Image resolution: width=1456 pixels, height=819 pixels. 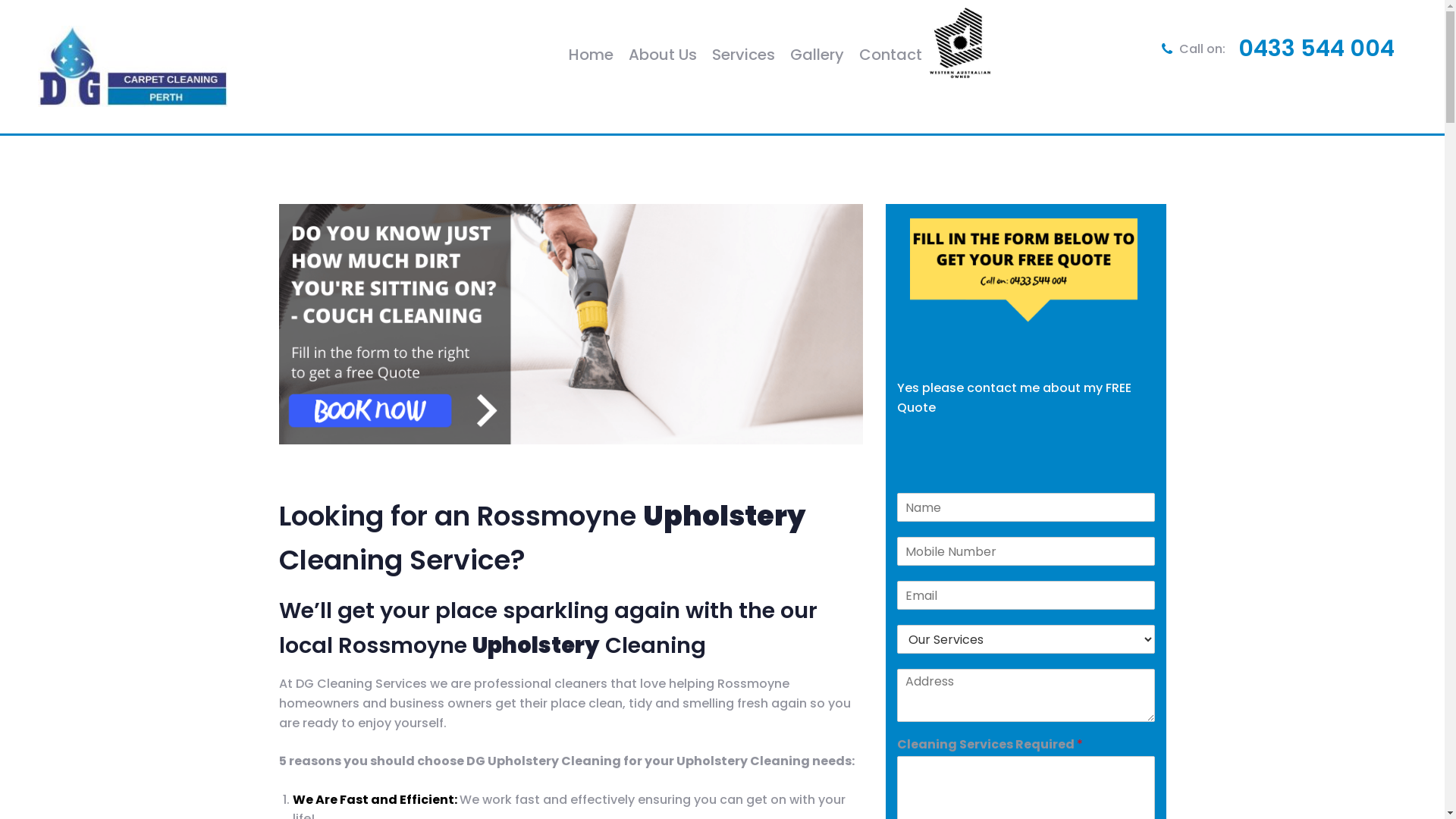 What do you see at coordinates (890, 54) in the screenshot?
I see `'Contact'` at bounding box center [890, 54].